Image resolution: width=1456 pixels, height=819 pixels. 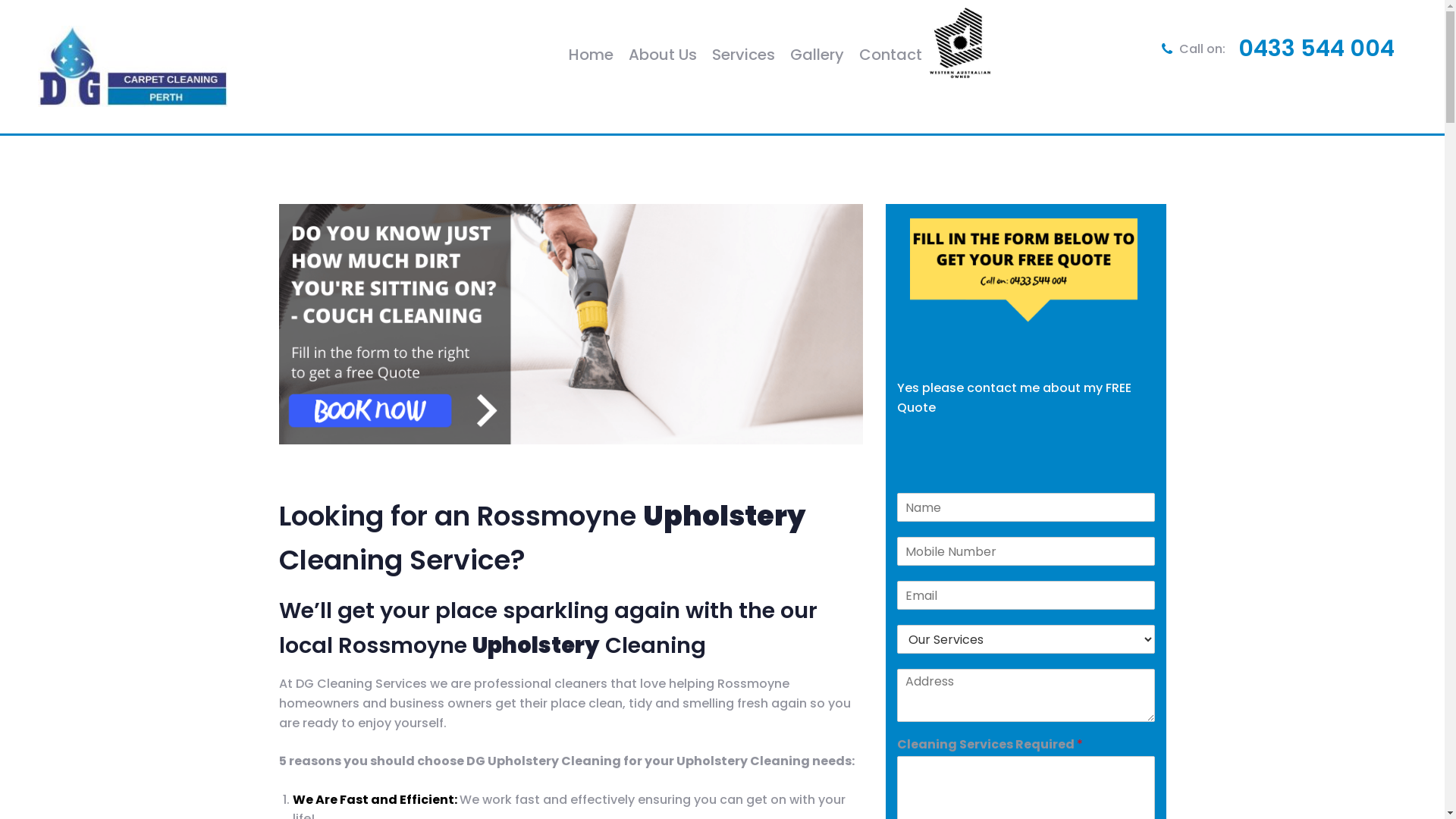 What do you see at coordinates (890, 54) in the screenshot?
I see `'Contact'` at bounding box center [890, 54].